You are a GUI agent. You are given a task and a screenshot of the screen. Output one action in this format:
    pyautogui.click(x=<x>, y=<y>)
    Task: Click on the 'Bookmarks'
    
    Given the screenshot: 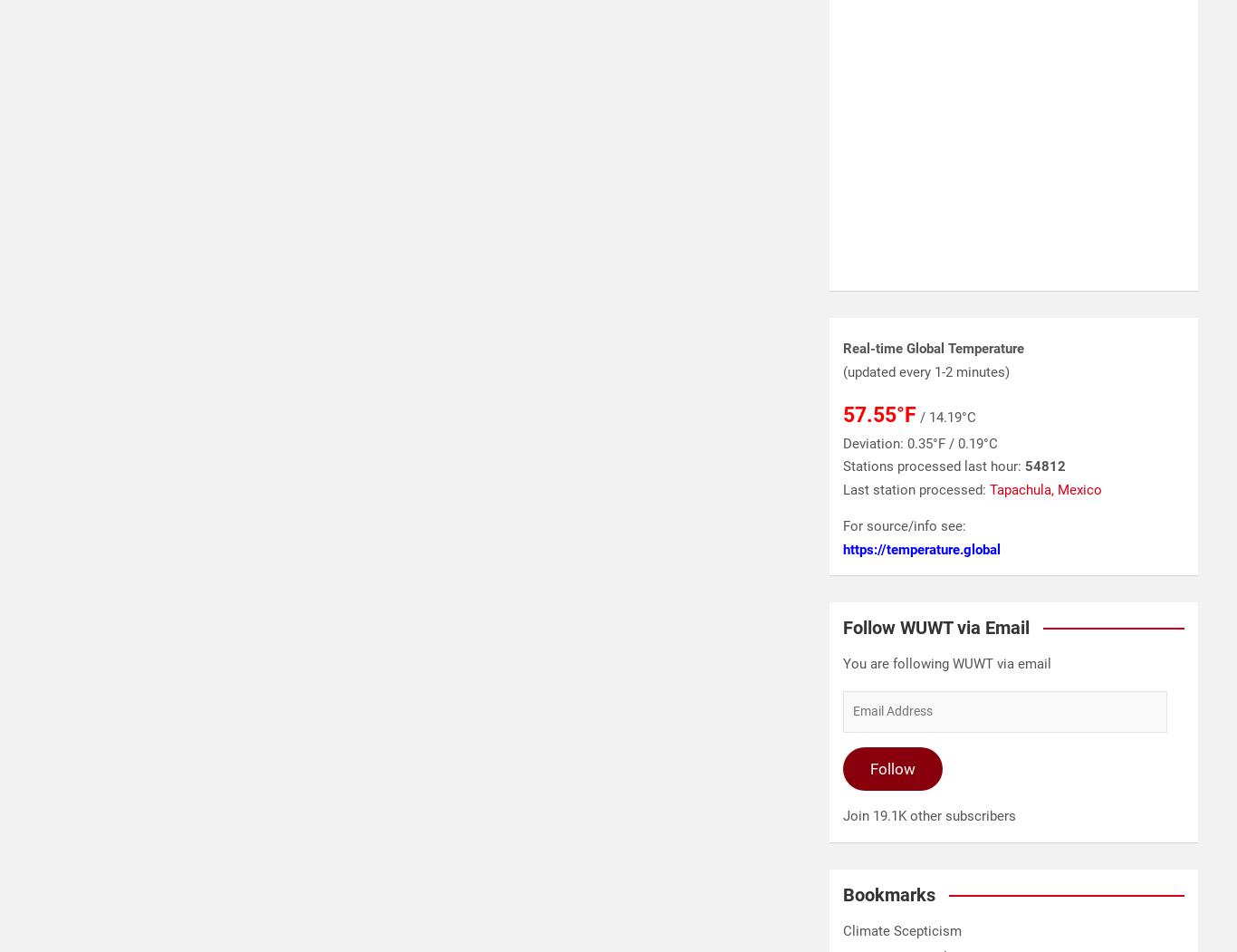 What is the action you would take?
    pyautogui.click(x=889, y=893)
    